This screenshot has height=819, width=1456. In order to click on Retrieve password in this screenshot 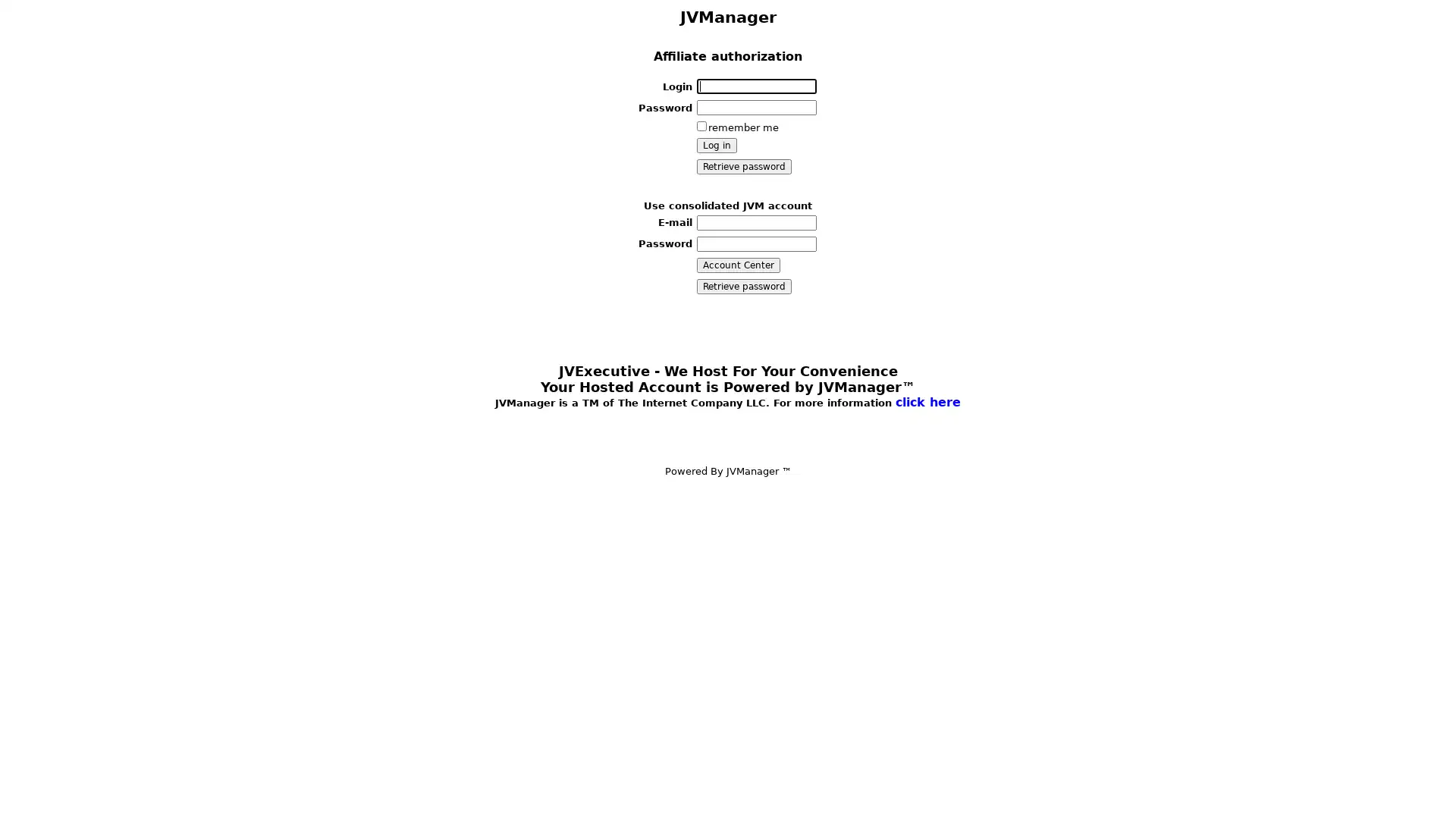, I will do `click(743, 166)`.